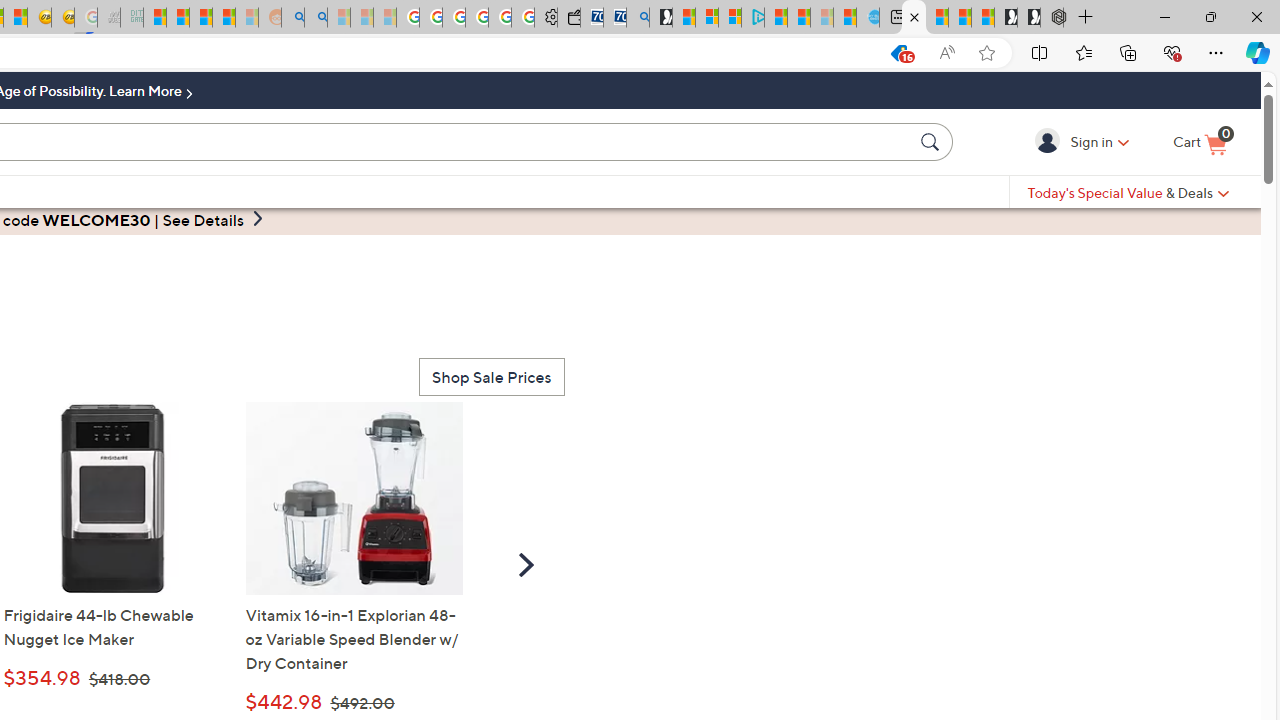 This screenshot has height=720, width=1280. I want to click on 'Sign in', so click(1049, 140).